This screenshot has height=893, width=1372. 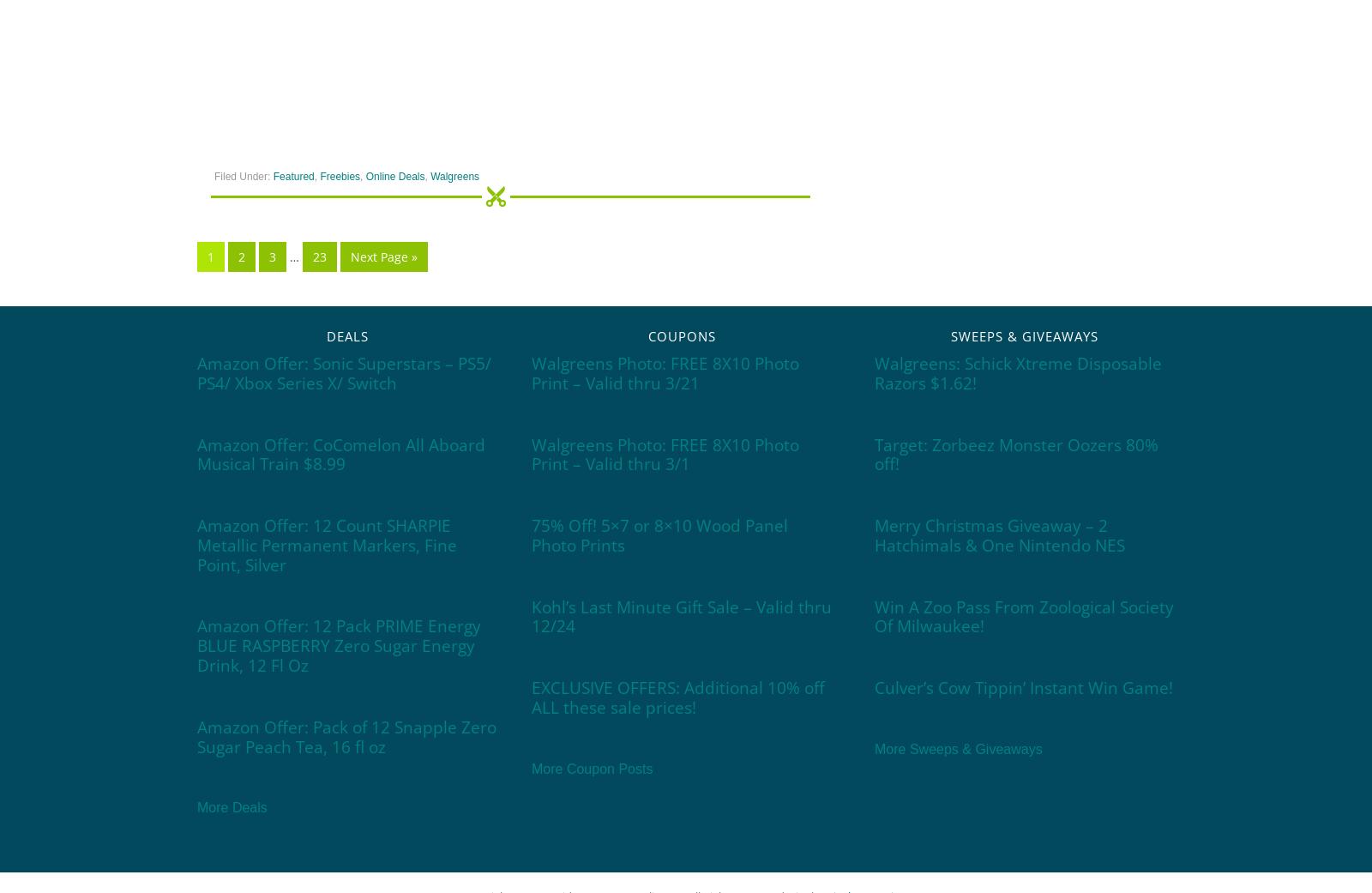 I want to click on 'Amazon Offer: 12 Pack PRIME Energy BLUE RASPBERRY Zero Sugar Energy Drink, 12 Fl Oz', so click(x=339, y=645).